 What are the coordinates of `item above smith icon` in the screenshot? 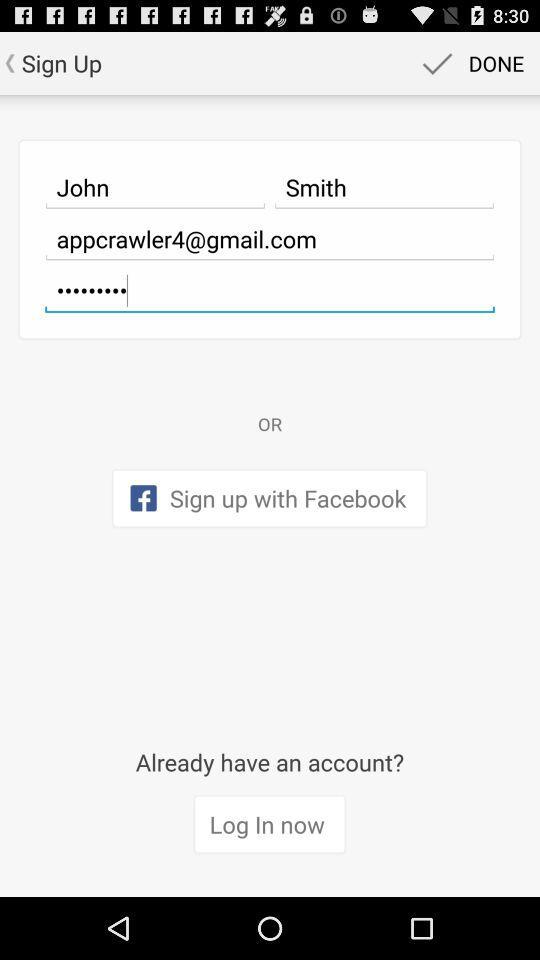 It's located at (470, 62).